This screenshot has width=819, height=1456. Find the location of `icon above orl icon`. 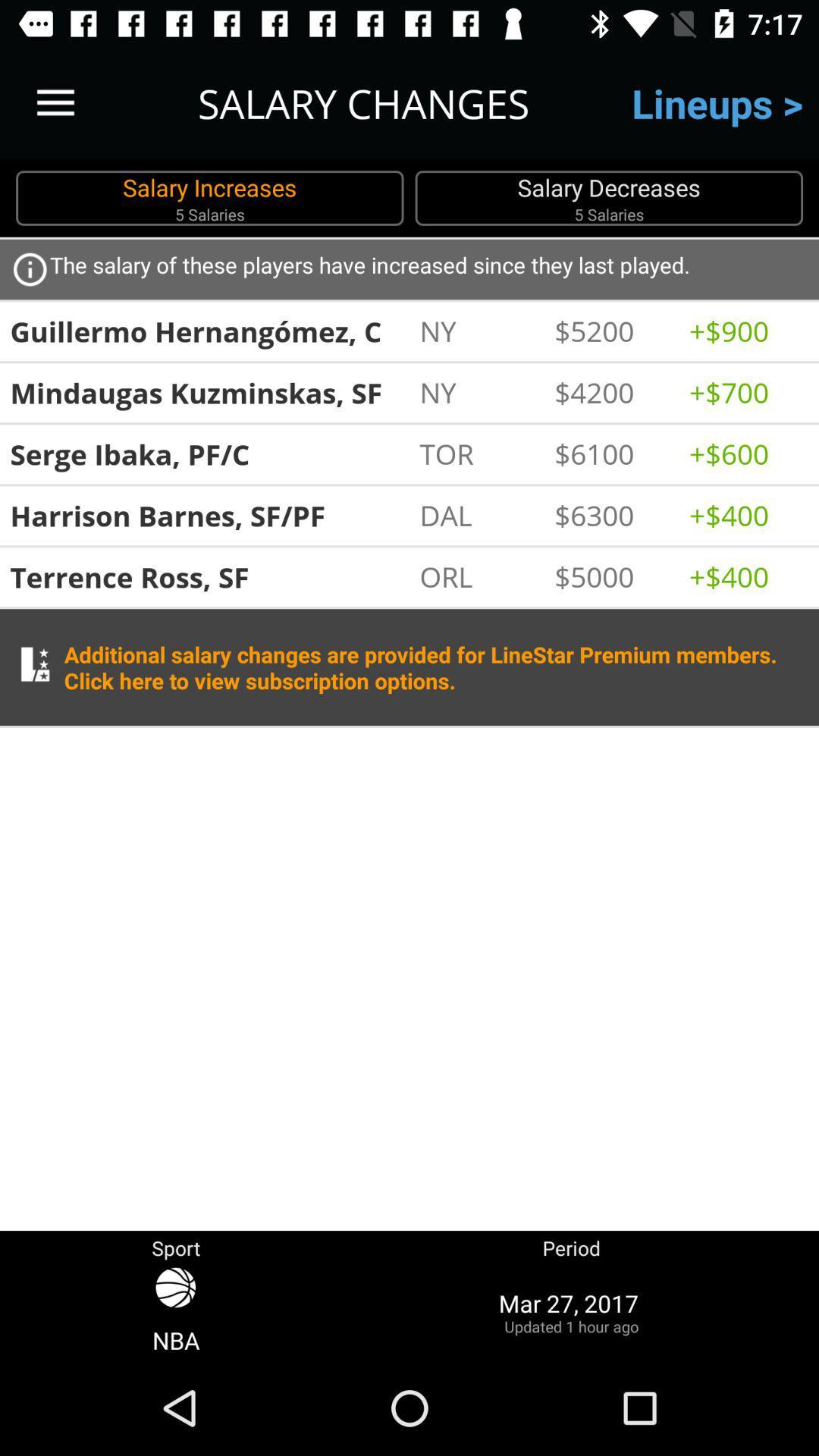

icon above orl icon is located at coordinates (479, 515).